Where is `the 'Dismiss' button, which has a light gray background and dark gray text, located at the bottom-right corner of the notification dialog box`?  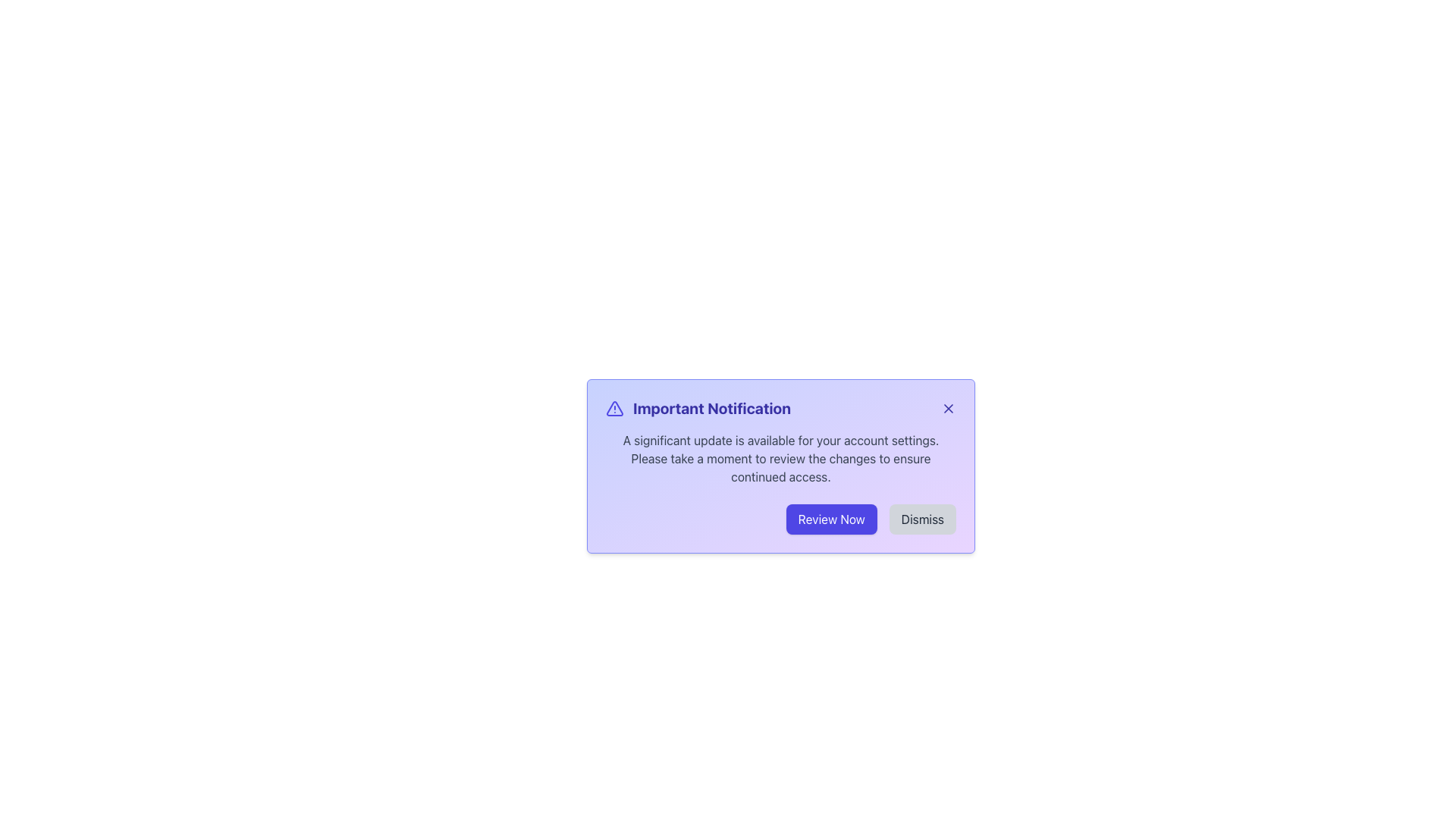 the 'Dismiss' button, which has a light gray background and dark gray text, located at the bottom-right corner of the notification dialog box is located at coordinates (921, 519).